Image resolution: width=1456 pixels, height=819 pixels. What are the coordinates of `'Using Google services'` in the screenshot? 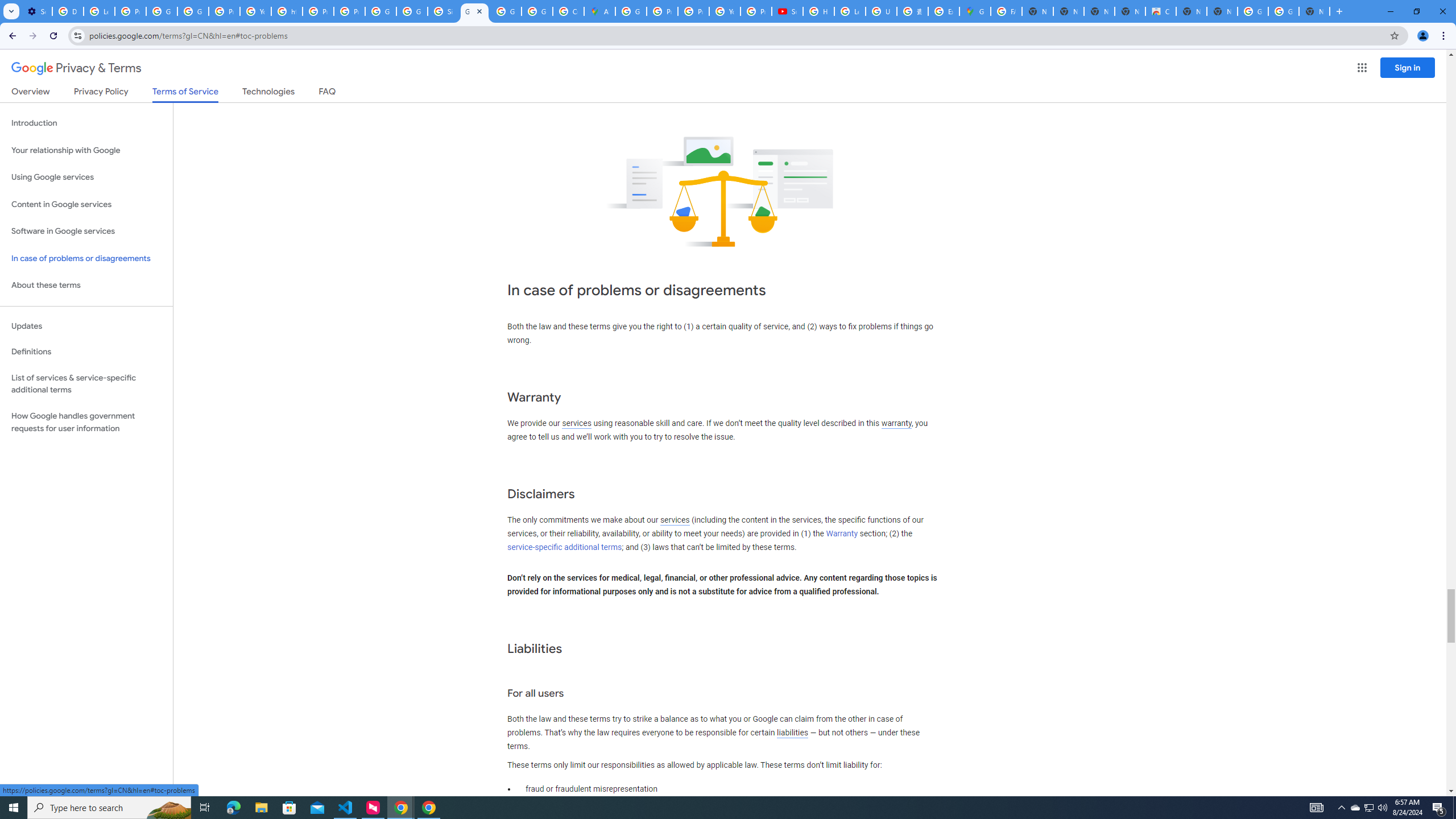 It's located at (86, 176).